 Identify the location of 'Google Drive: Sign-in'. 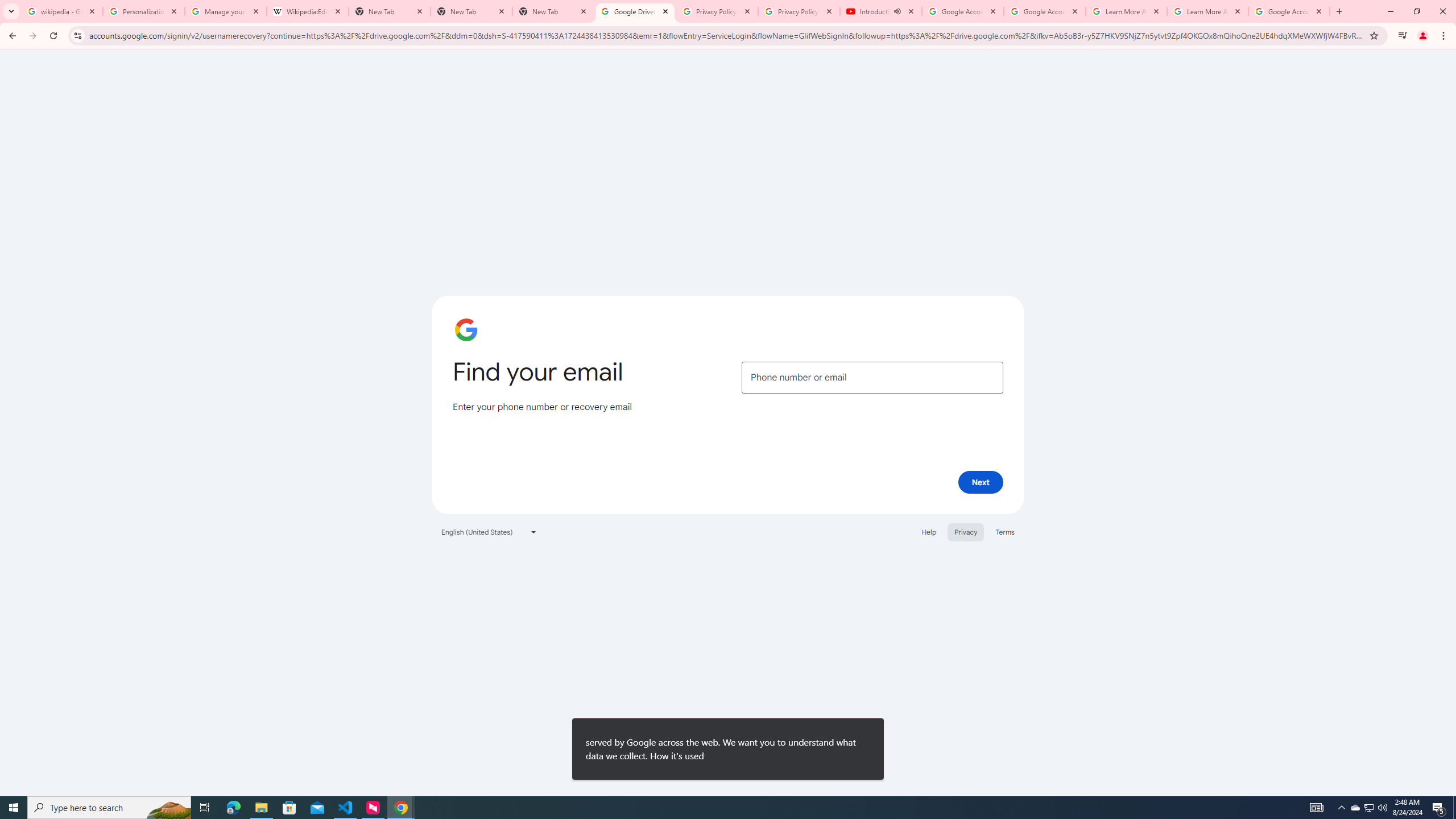
(635, 11).